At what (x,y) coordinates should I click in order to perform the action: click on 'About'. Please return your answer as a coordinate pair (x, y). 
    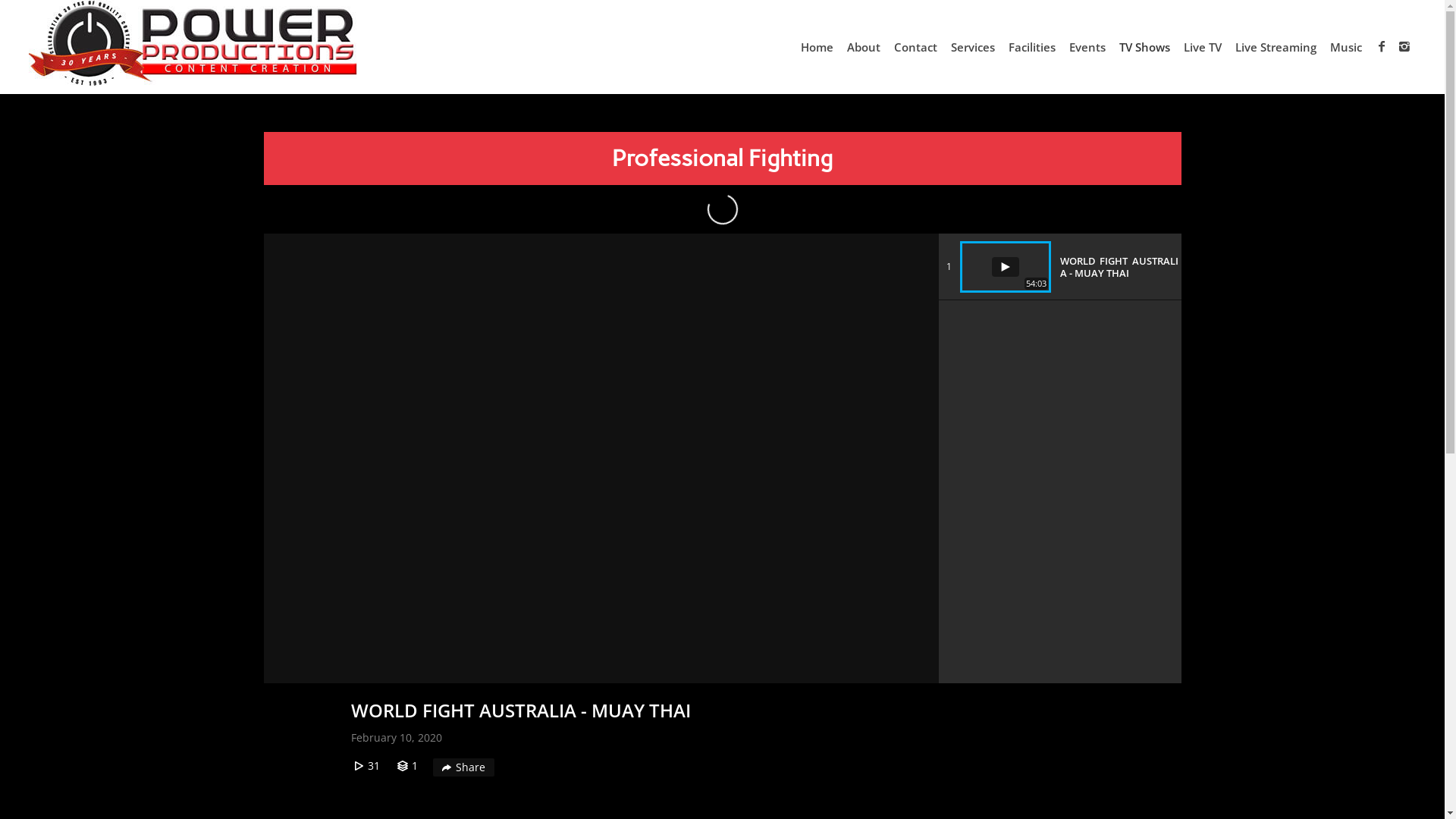
    Looking at the image, I should click on (863, 45).